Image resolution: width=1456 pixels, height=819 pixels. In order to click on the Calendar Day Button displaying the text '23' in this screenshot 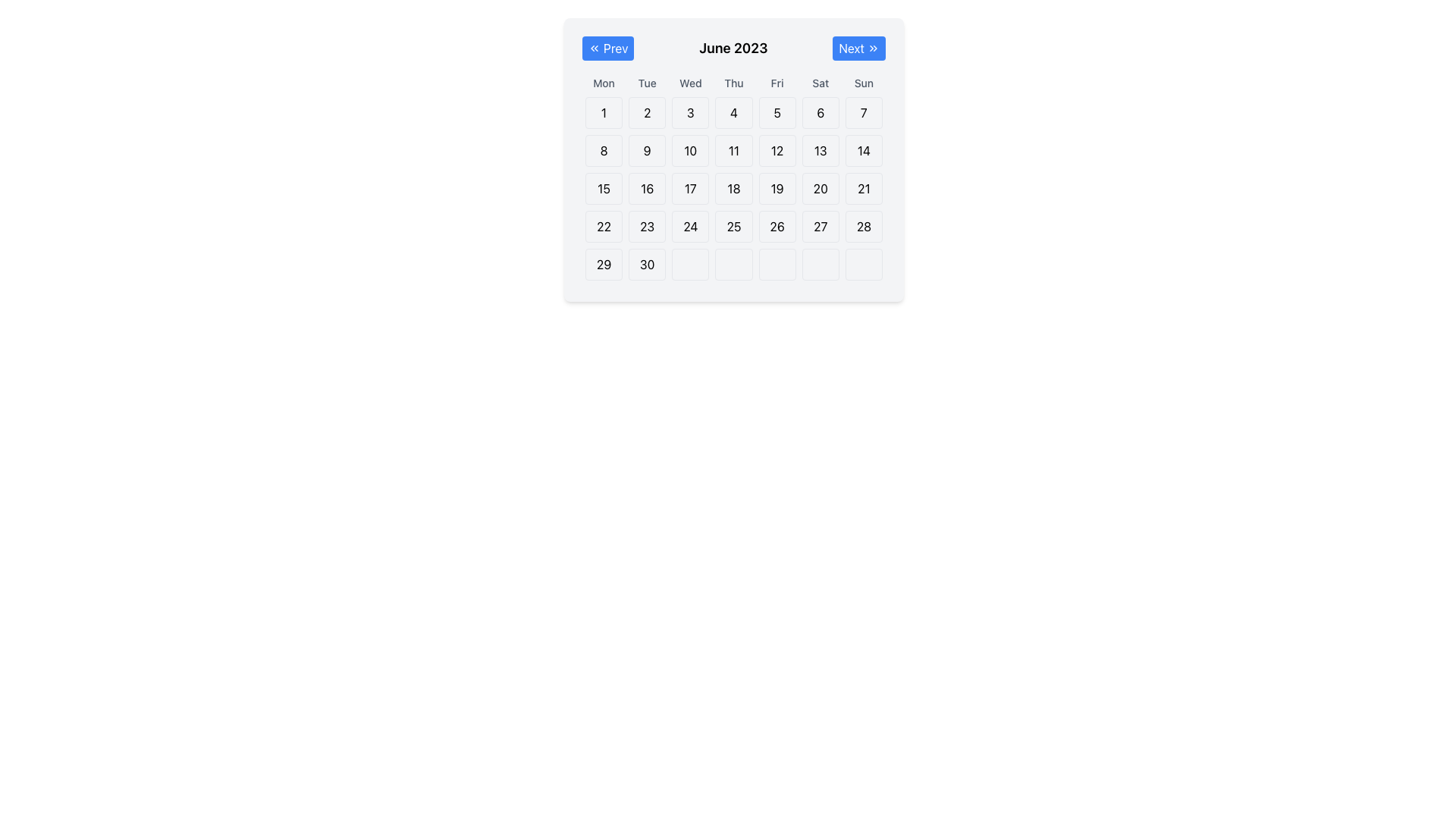, I will do `click(647, 227)`.